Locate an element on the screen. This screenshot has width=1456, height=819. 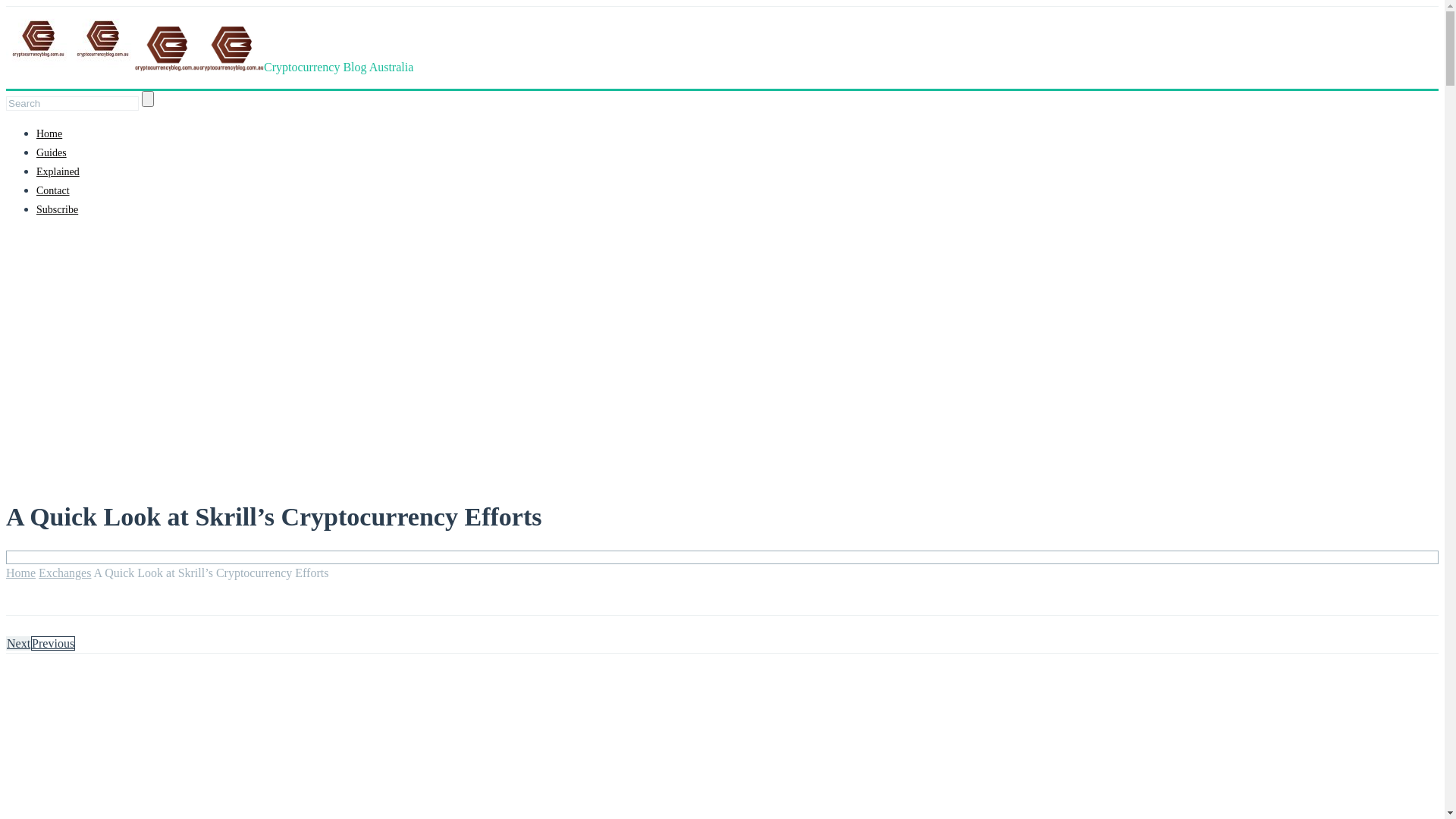
'Cryptocurrency Blog Australia' is located at coordinates (38, 38).